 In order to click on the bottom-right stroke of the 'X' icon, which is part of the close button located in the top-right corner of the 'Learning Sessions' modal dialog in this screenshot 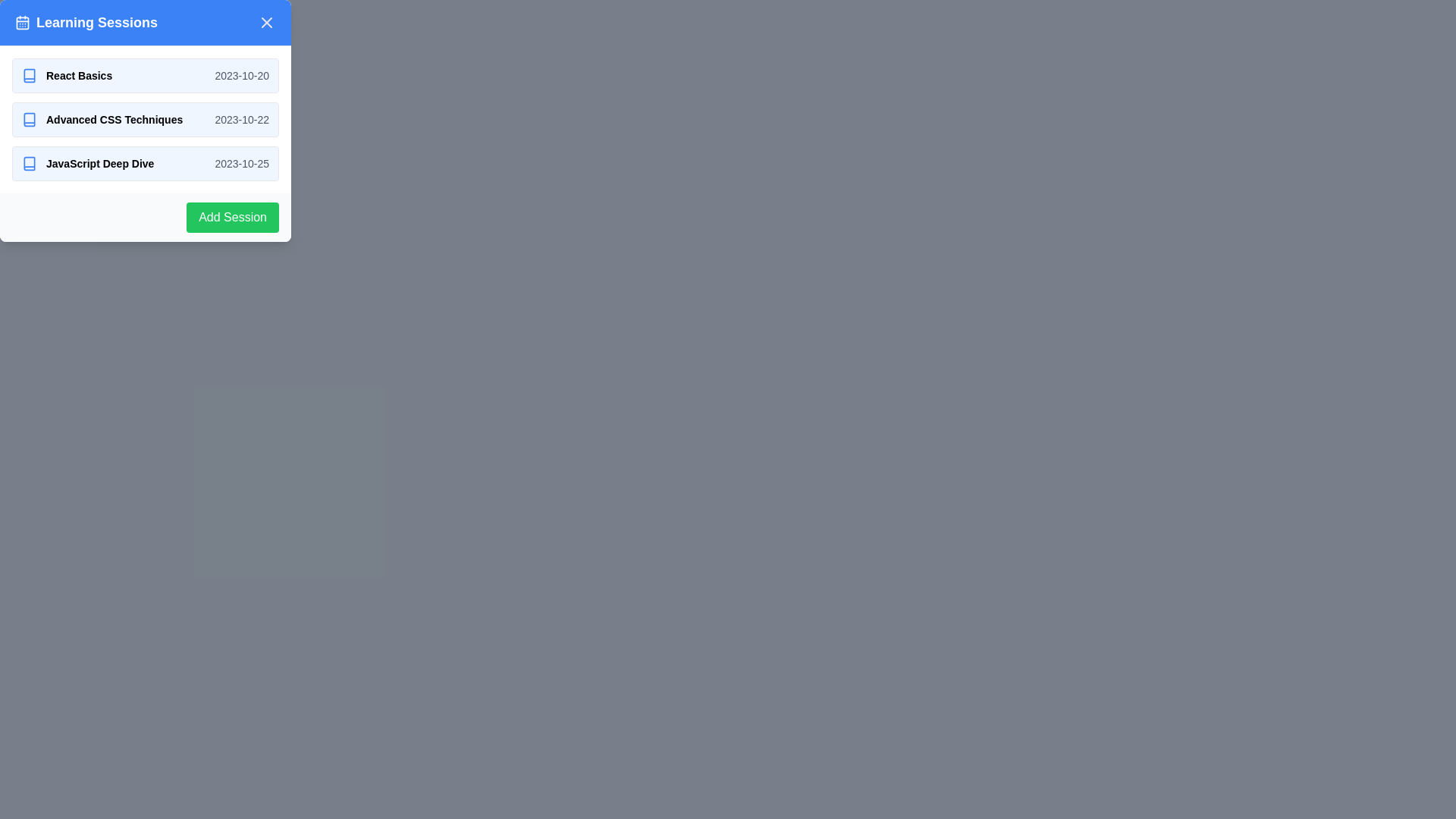, I will do `click(266, 23)`.